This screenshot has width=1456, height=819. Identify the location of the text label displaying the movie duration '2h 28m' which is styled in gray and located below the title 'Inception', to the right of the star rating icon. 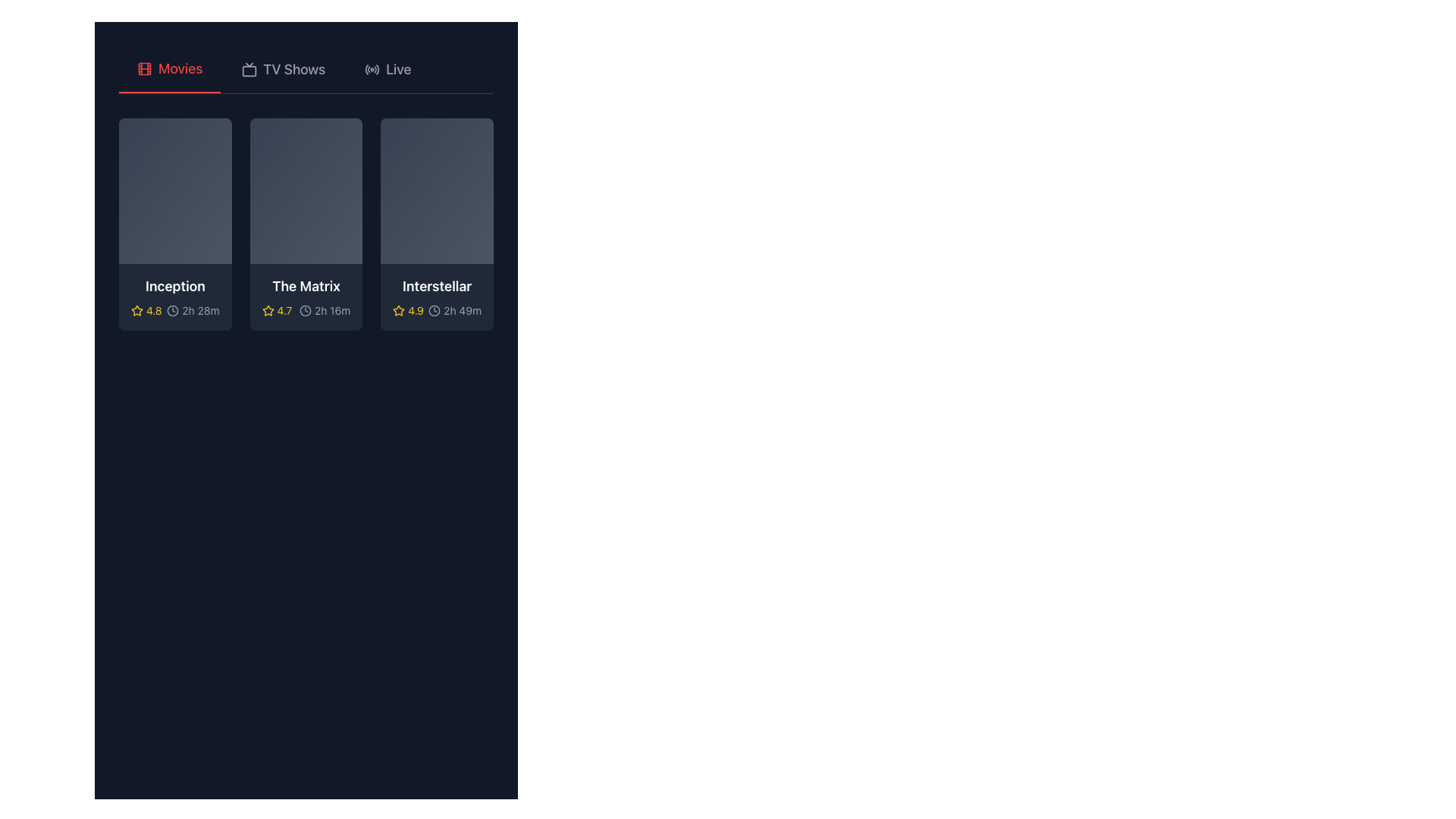
(199, 309).